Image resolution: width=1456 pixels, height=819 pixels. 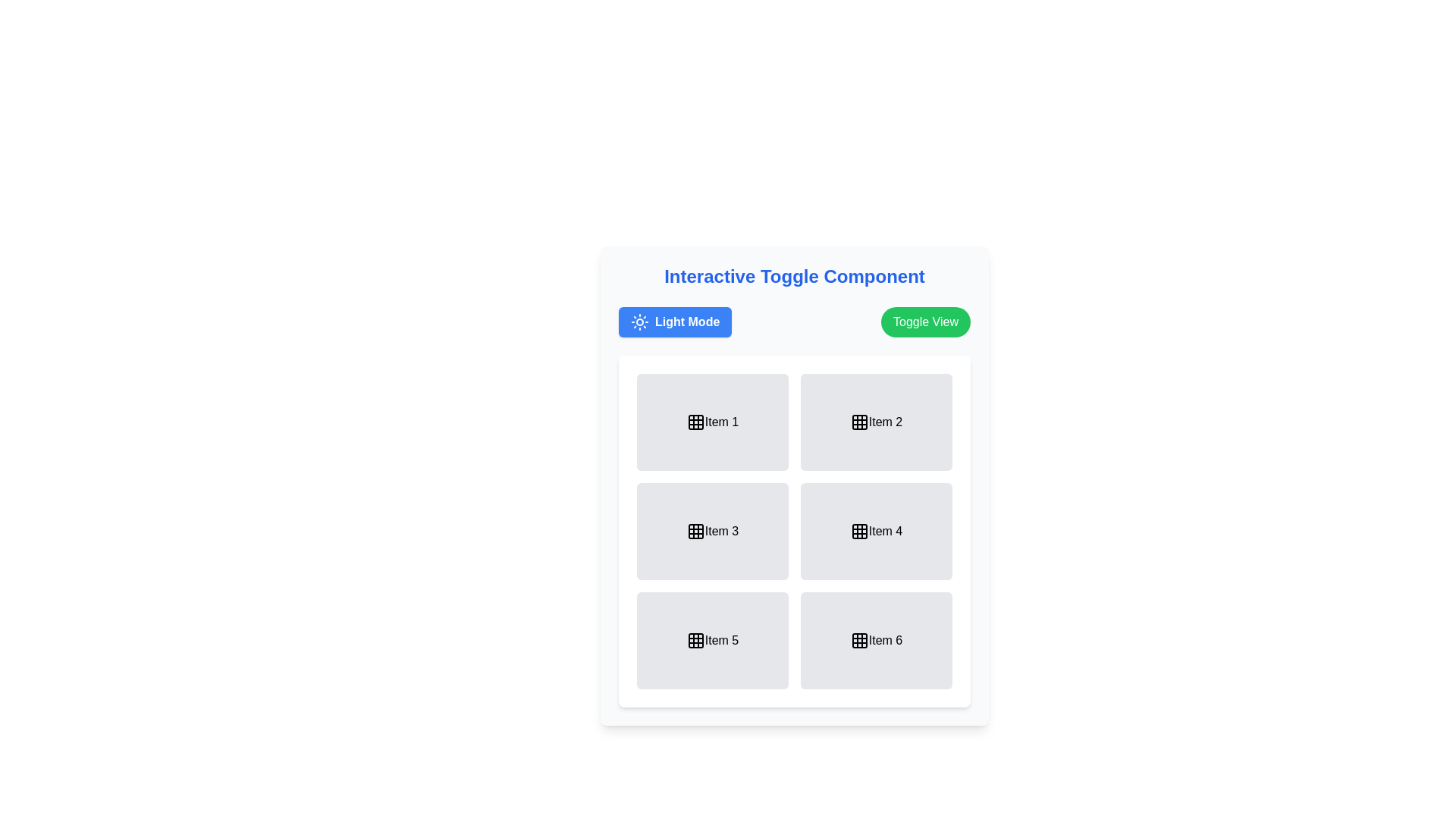 I want to click on the small square with rounded corners located in the bottom-right corner of the 3x3 grid icon labeled 'Item 6', so click(x=859, y=640).